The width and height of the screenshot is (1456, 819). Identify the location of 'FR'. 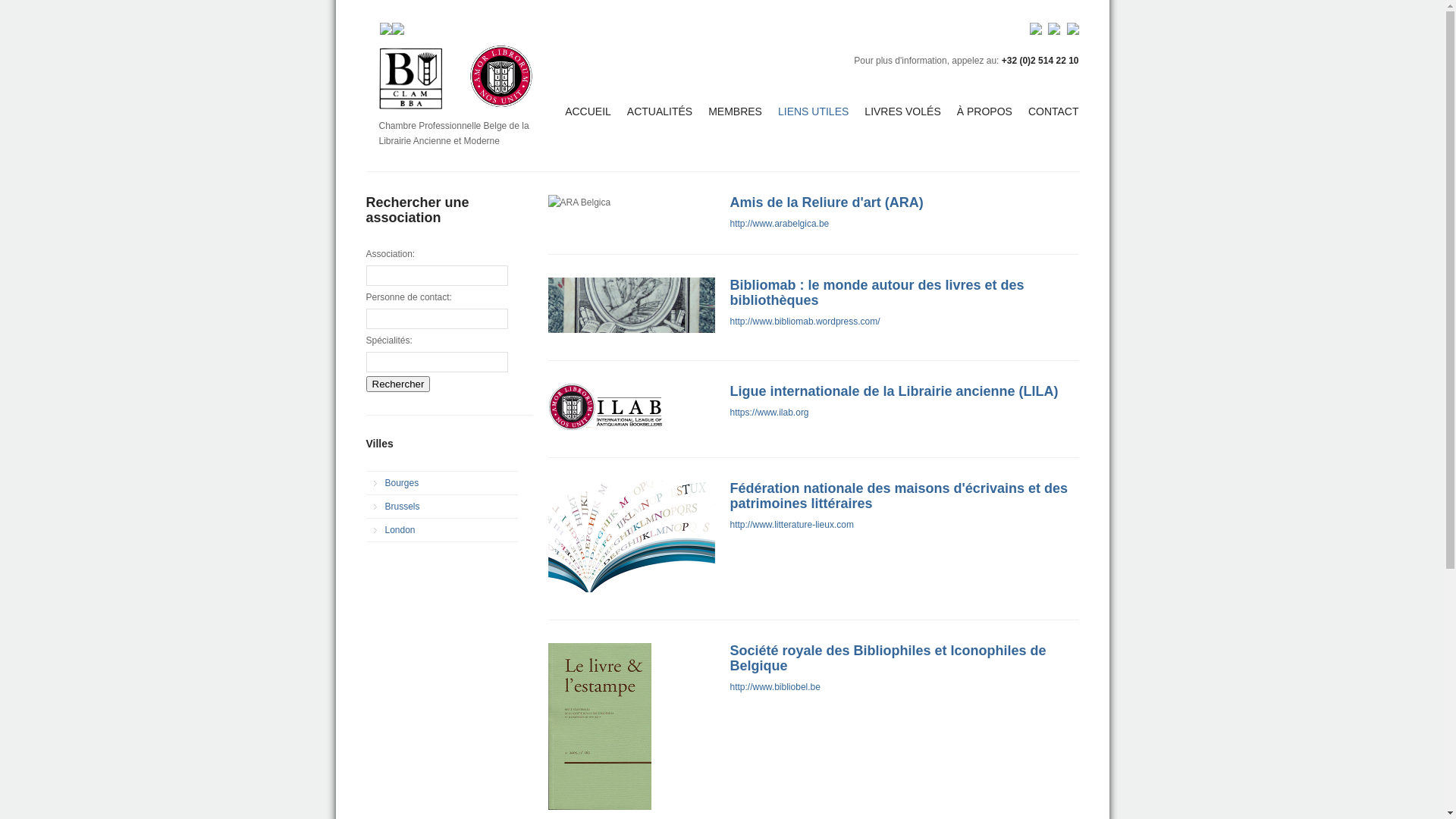
(1037, 32).